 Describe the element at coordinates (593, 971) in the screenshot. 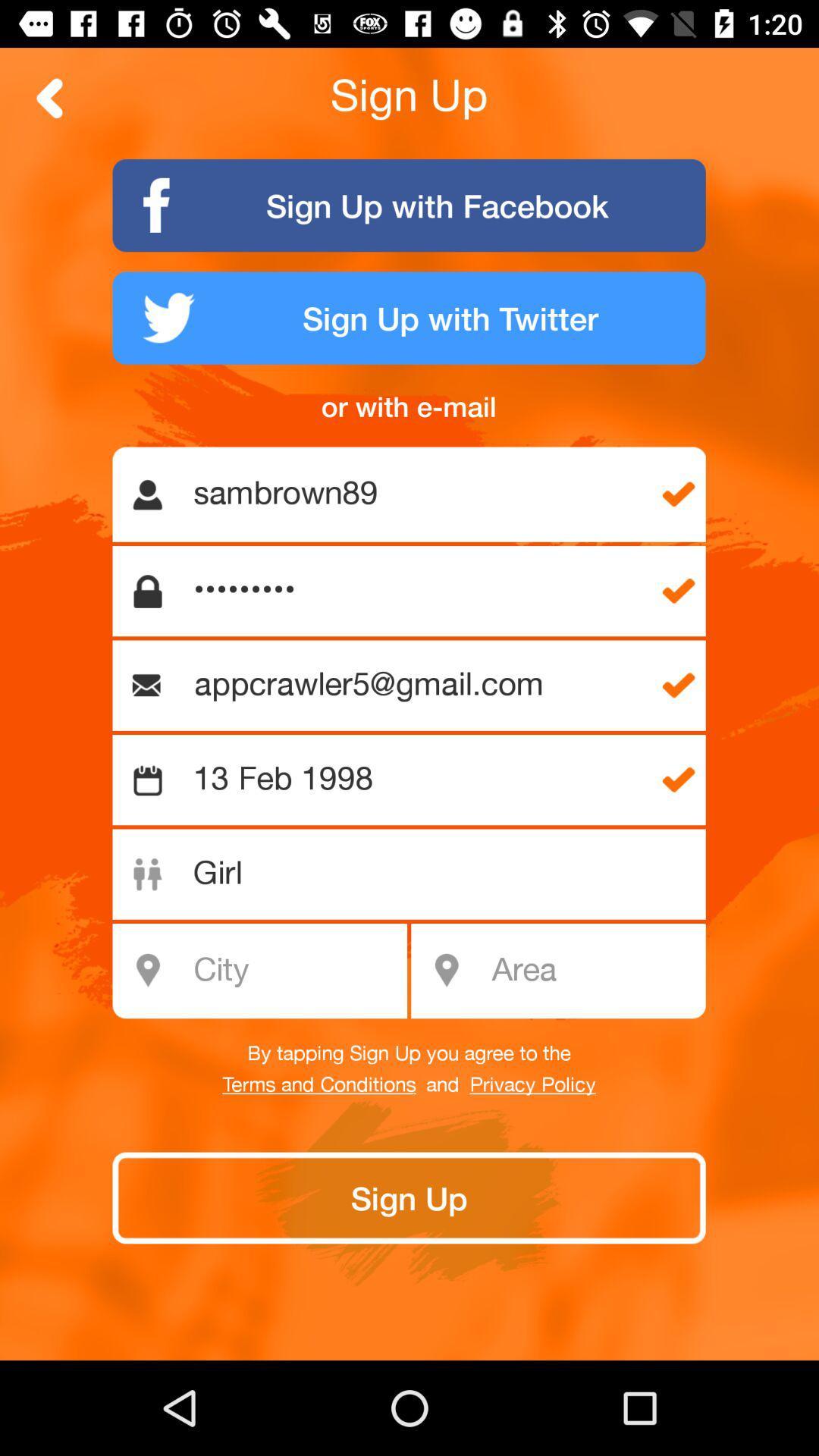

I see `your area` at that location.